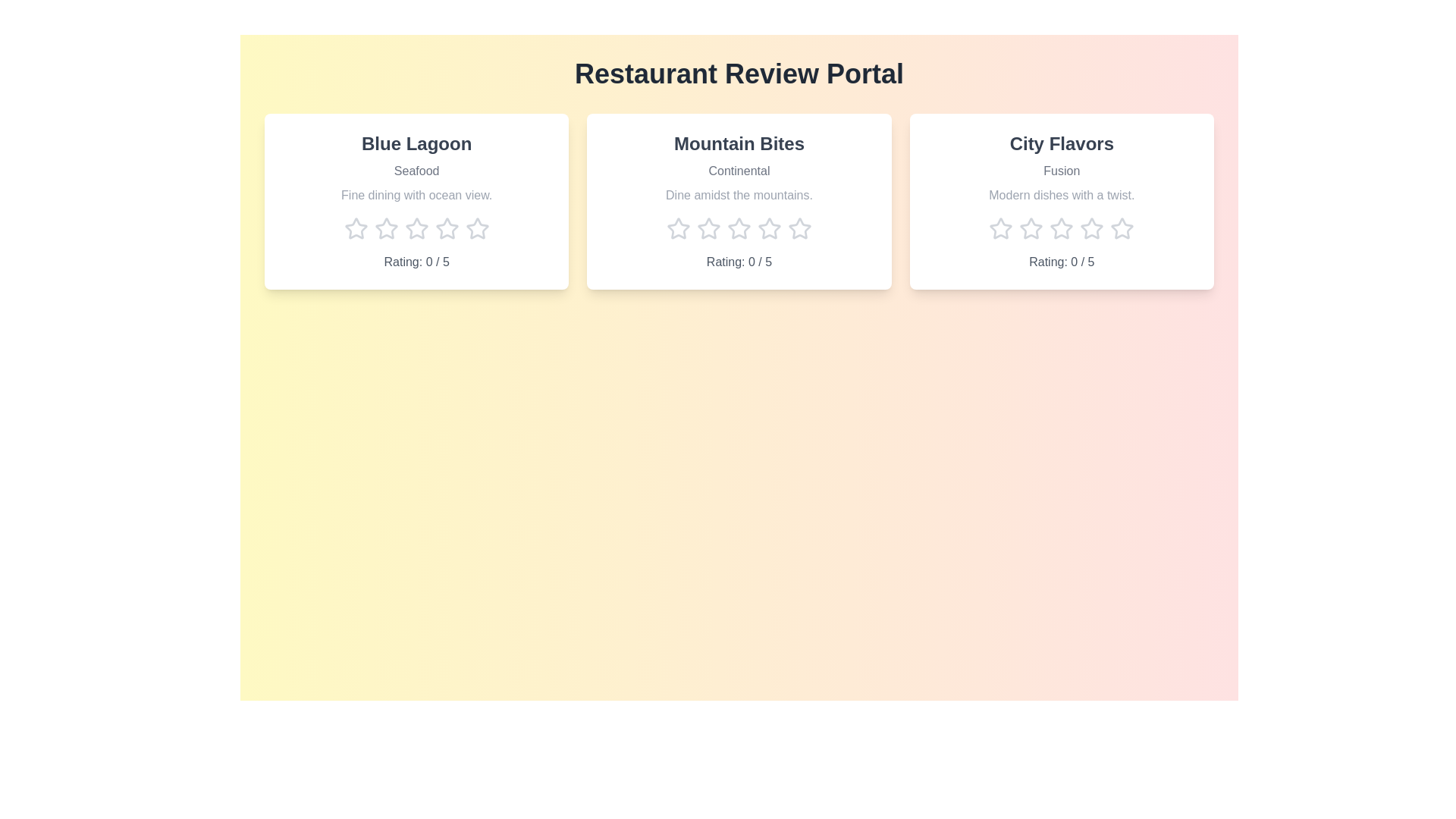 The width and height of the screenshot is (1456, 819). Describe the element at coordinates (355, 228) in the screenshot. I see `the star corresponding to 1 stars for the 'Blue Lagoon' restaurant` at that location.